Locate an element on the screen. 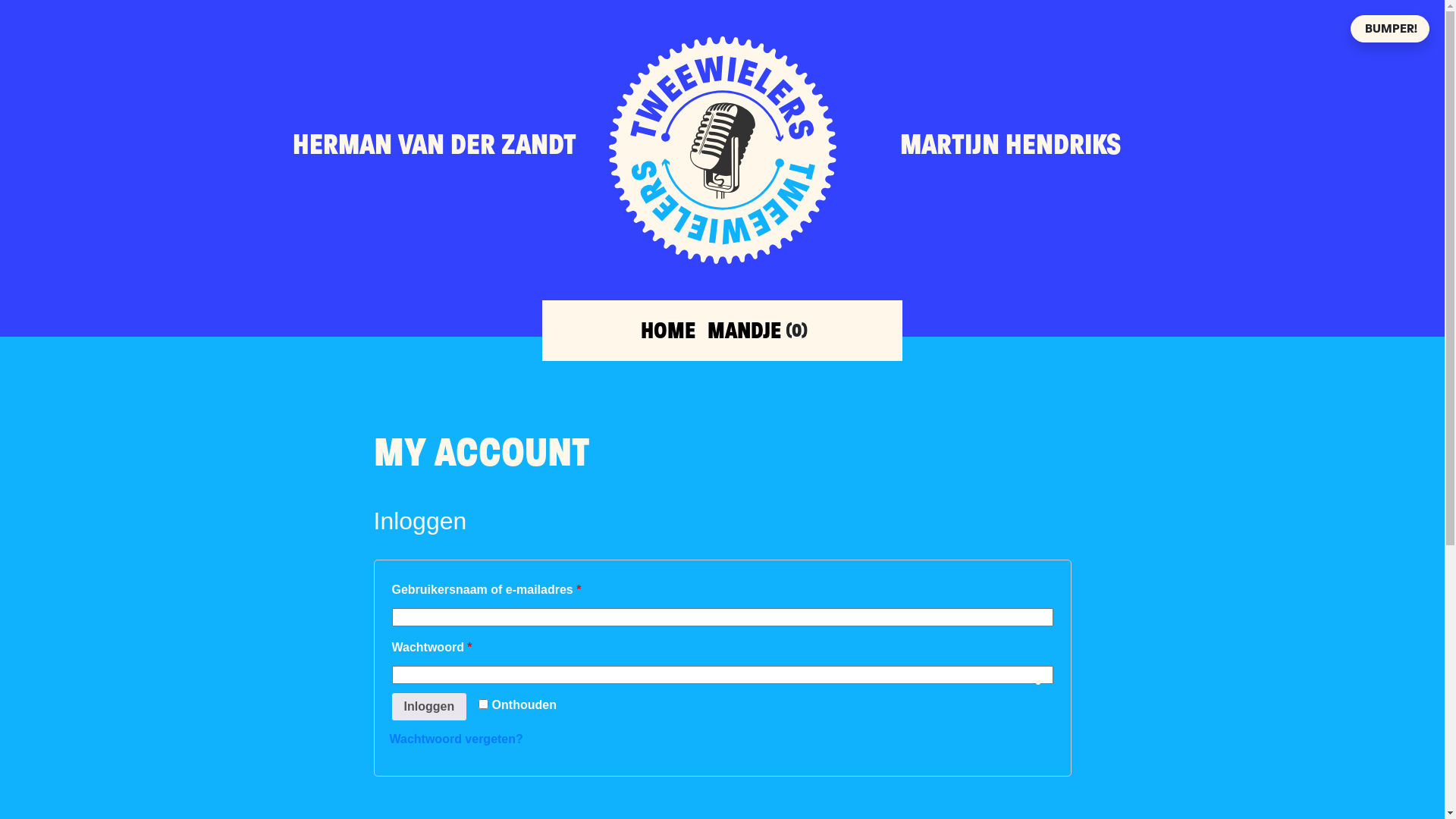  'MANDJE' is located at coordinates (706, 329).